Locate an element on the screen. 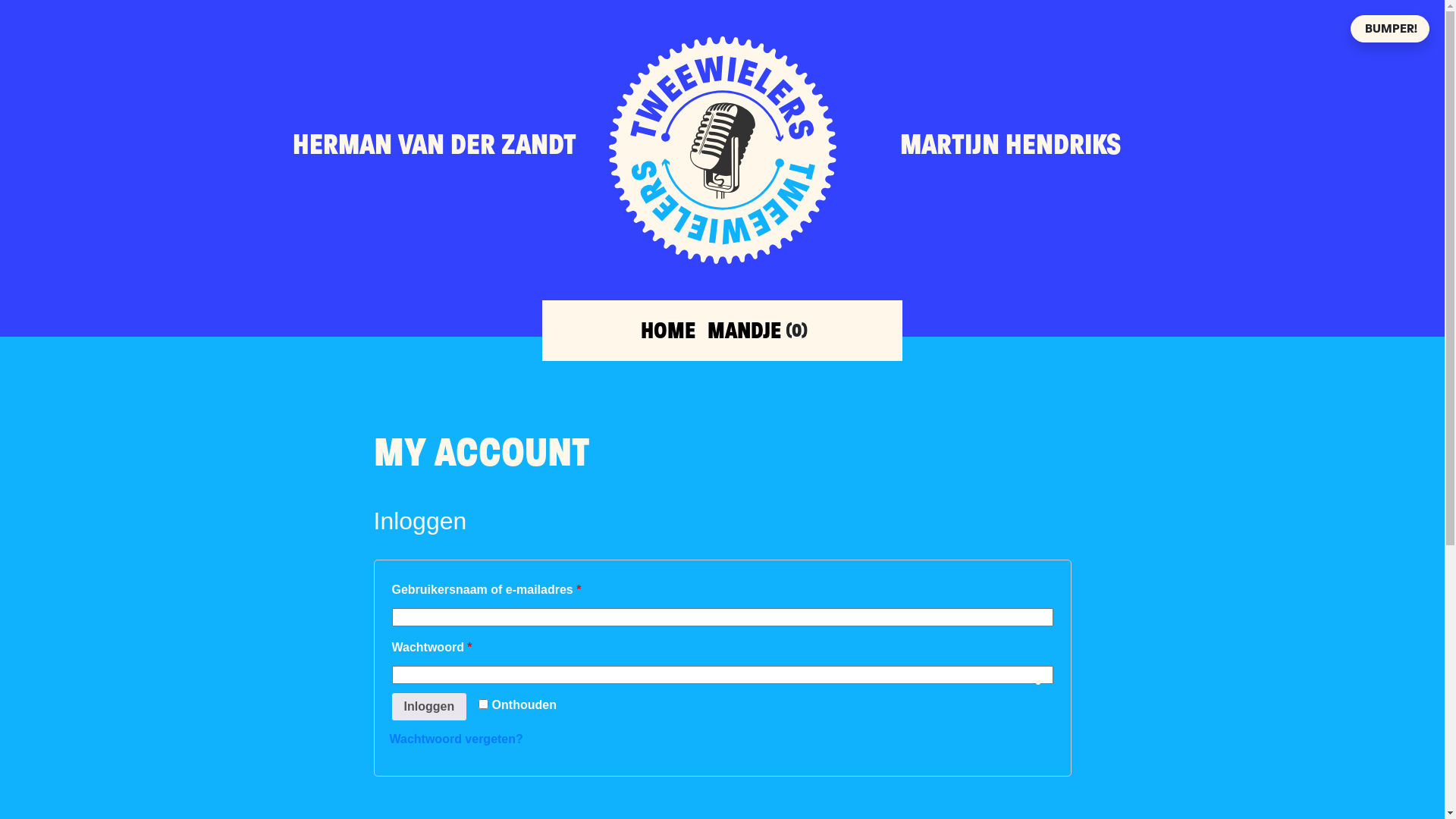  'MANDJE' is located at coordinates (706, 329).